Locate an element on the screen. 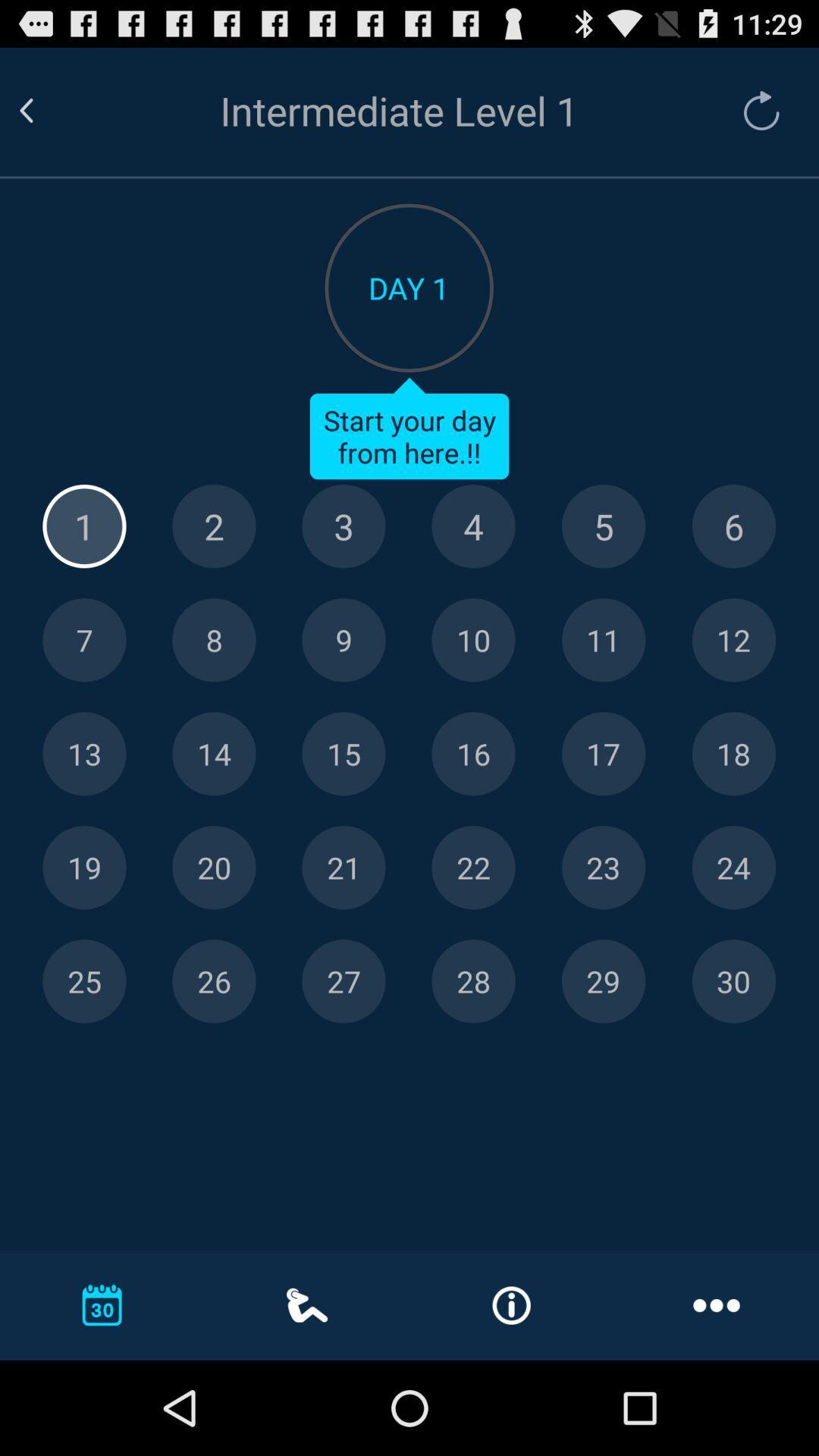 This screenshot has height=1456, width=819. the 16th day is located at coordinates (472, 754).